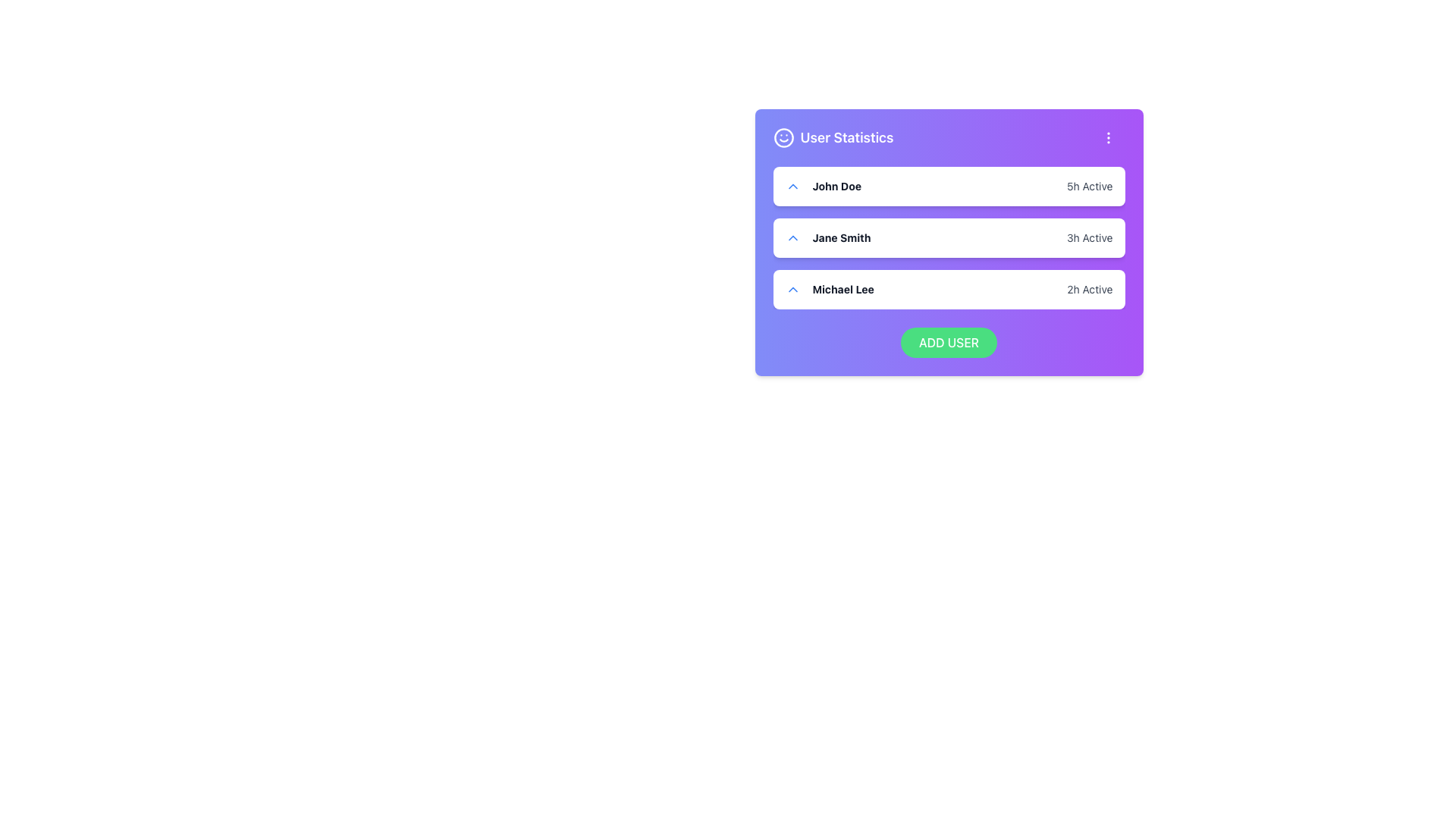  What do you see at coordinates (792, 289) in the screenshot?
I see `the arrow-shaped icon button located in the third row of the list, adjacent to the text 'Michael Lee'` at bounding box center [792, 289].